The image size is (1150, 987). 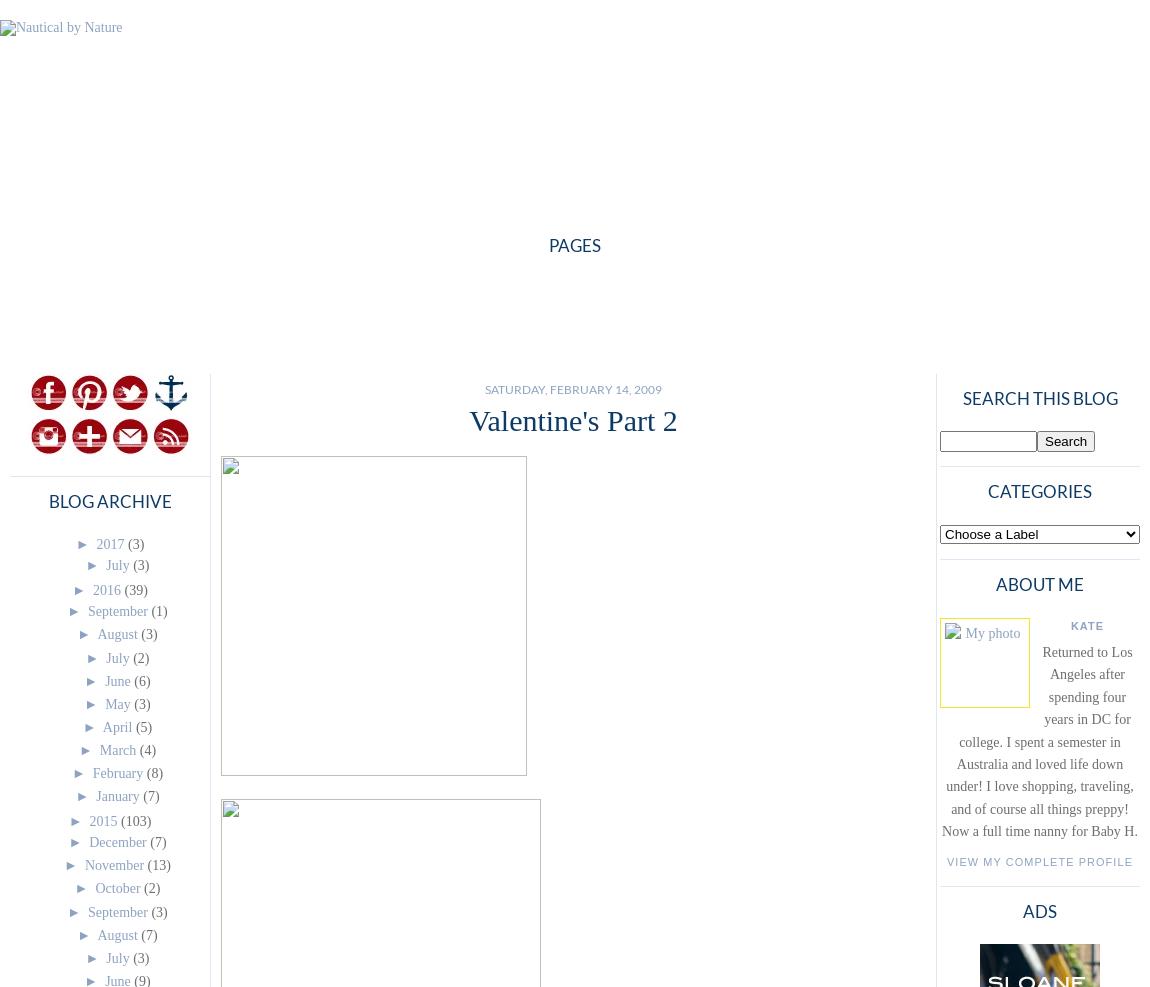 What do you see at coordinates (1086, 623) in the screenshot?
I see `'Kate'` at bounding box center [1086, 623].